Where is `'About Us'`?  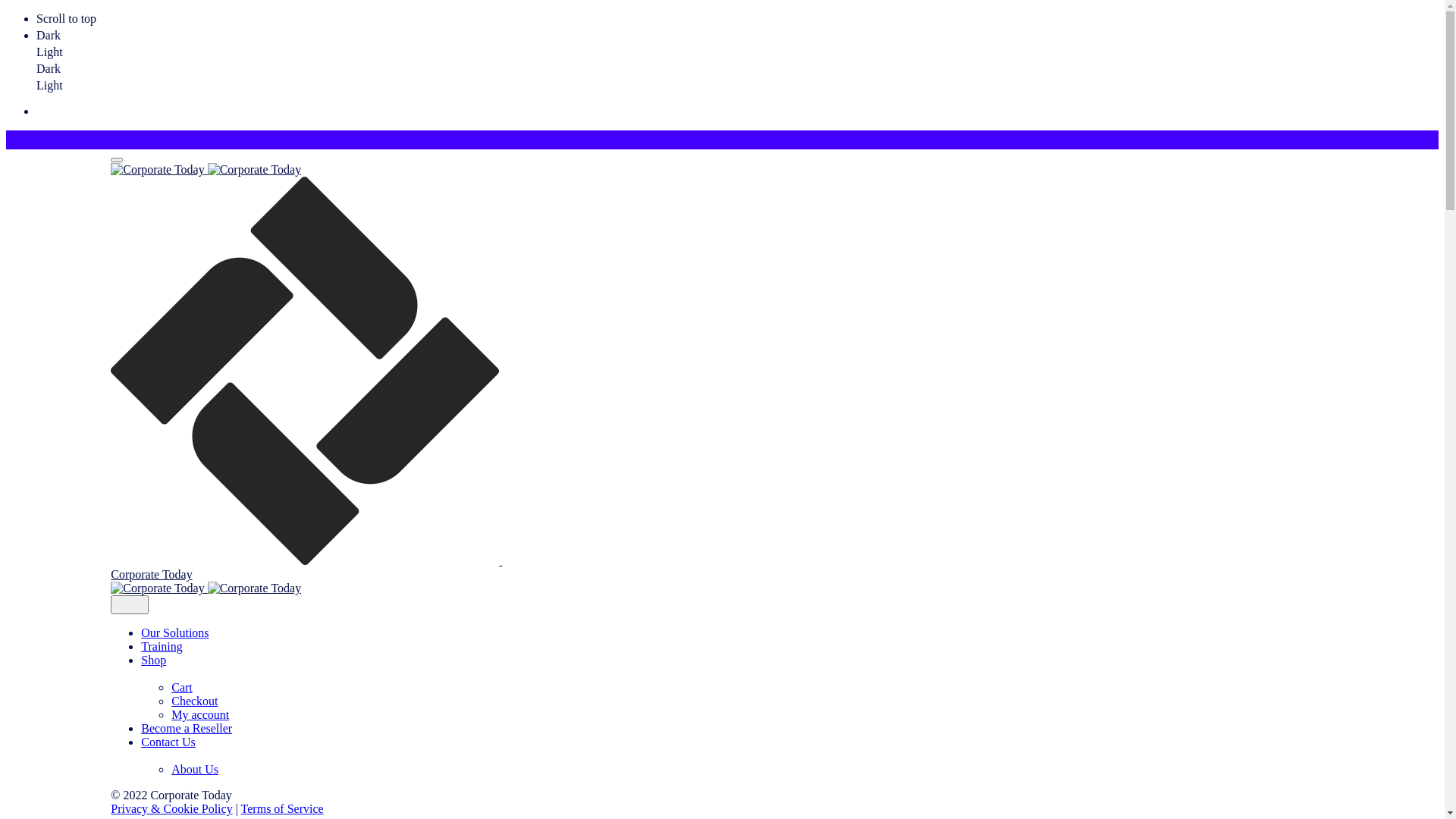
'About Us' is located at coordinates (171, 769).